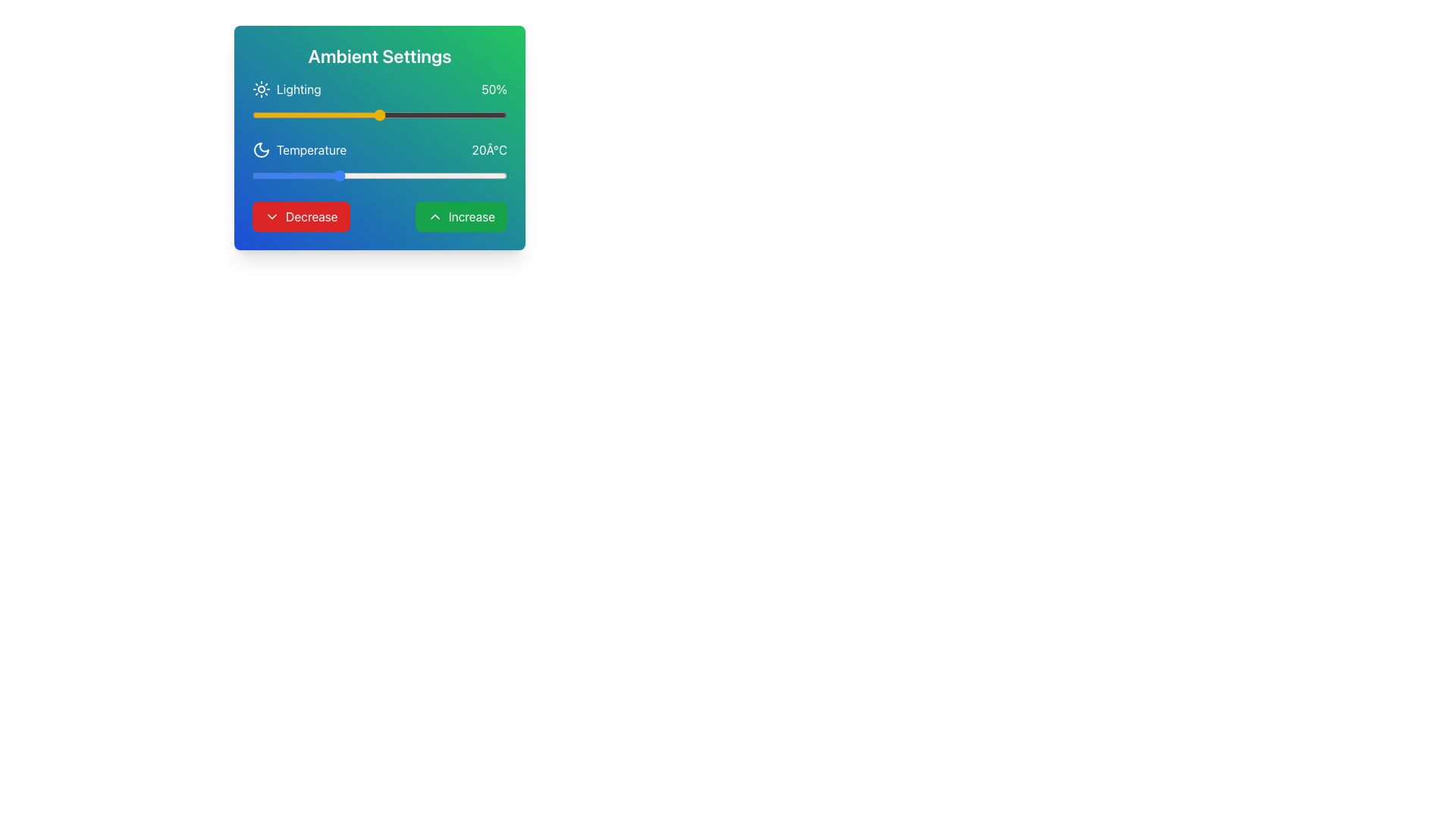 This screenshot has height=819, width=1456. Describe the element at coordinates (265, 114) in the screenshot. I see `the lighting level` at that location.